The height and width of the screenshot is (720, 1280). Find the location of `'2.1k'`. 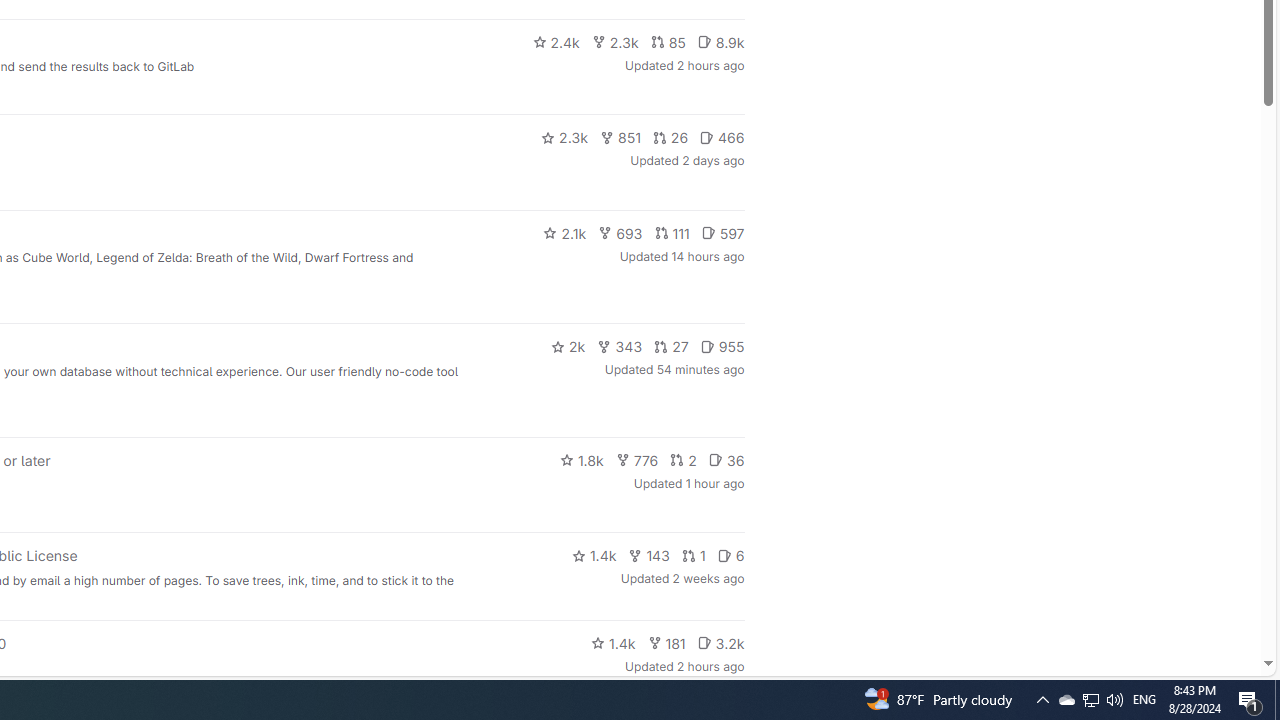

'2.1k' is located at coordinates (564, 231).